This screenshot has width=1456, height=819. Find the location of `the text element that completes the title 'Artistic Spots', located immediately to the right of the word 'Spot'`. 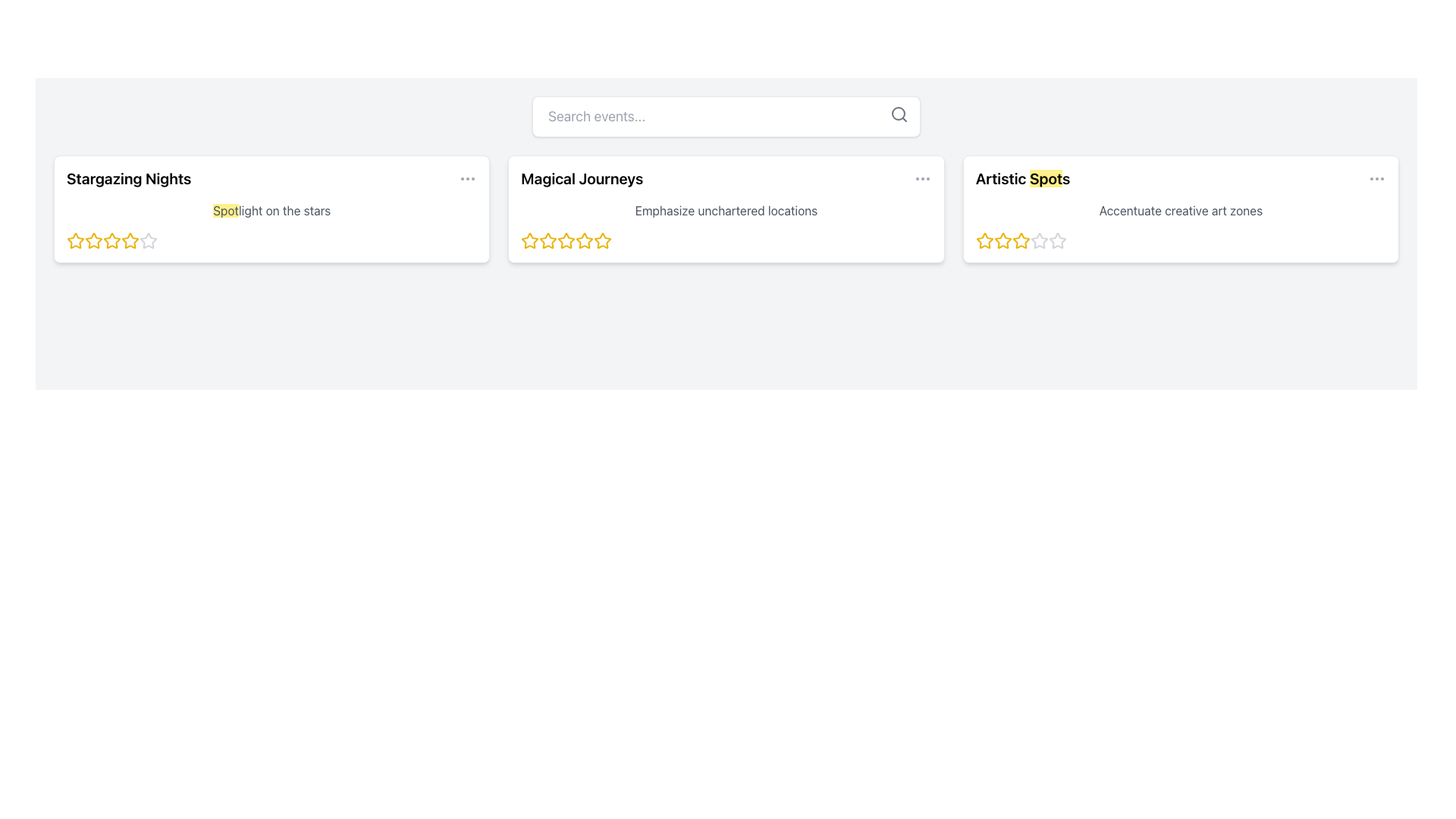

the text element that completes the title 'Artistic Spots', located immediately to the right of the word 'Spot' is located at coordinates (1065, 177).